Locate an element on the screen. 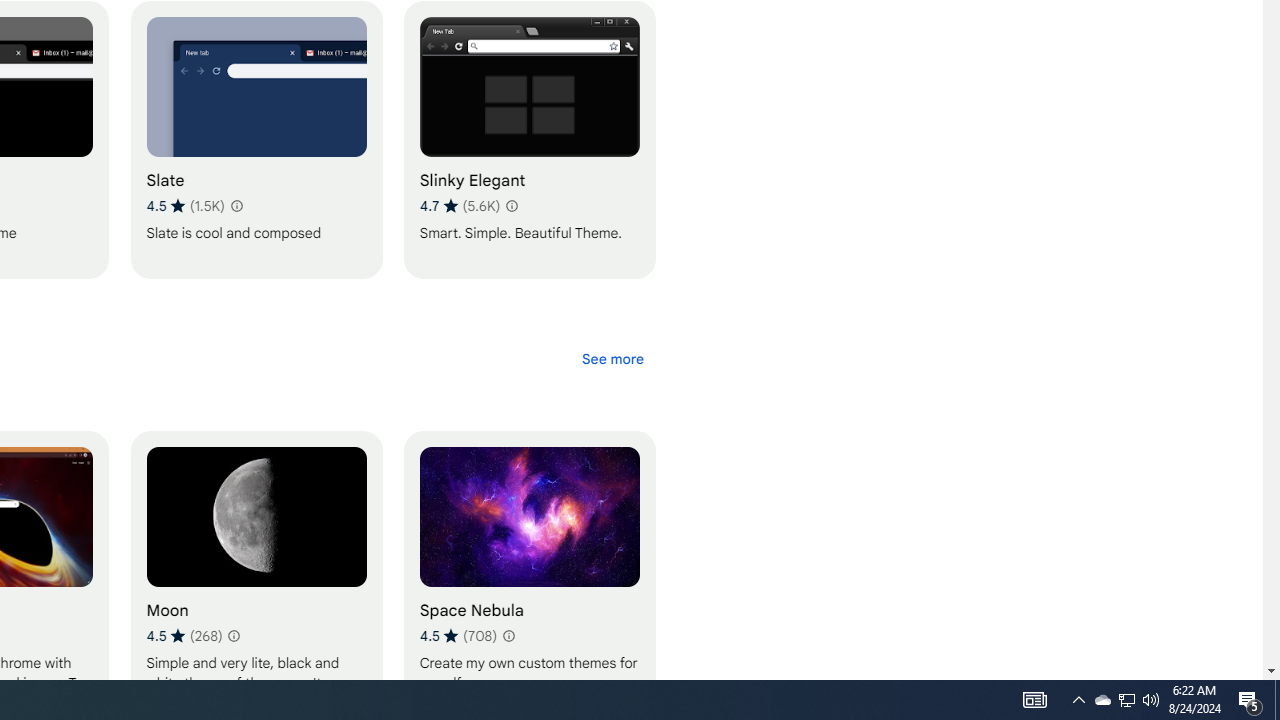 The height and width of the screenshot is (720, 1280). 'See more of the "Space exploration" collection' is located at coordinates (611, 357).